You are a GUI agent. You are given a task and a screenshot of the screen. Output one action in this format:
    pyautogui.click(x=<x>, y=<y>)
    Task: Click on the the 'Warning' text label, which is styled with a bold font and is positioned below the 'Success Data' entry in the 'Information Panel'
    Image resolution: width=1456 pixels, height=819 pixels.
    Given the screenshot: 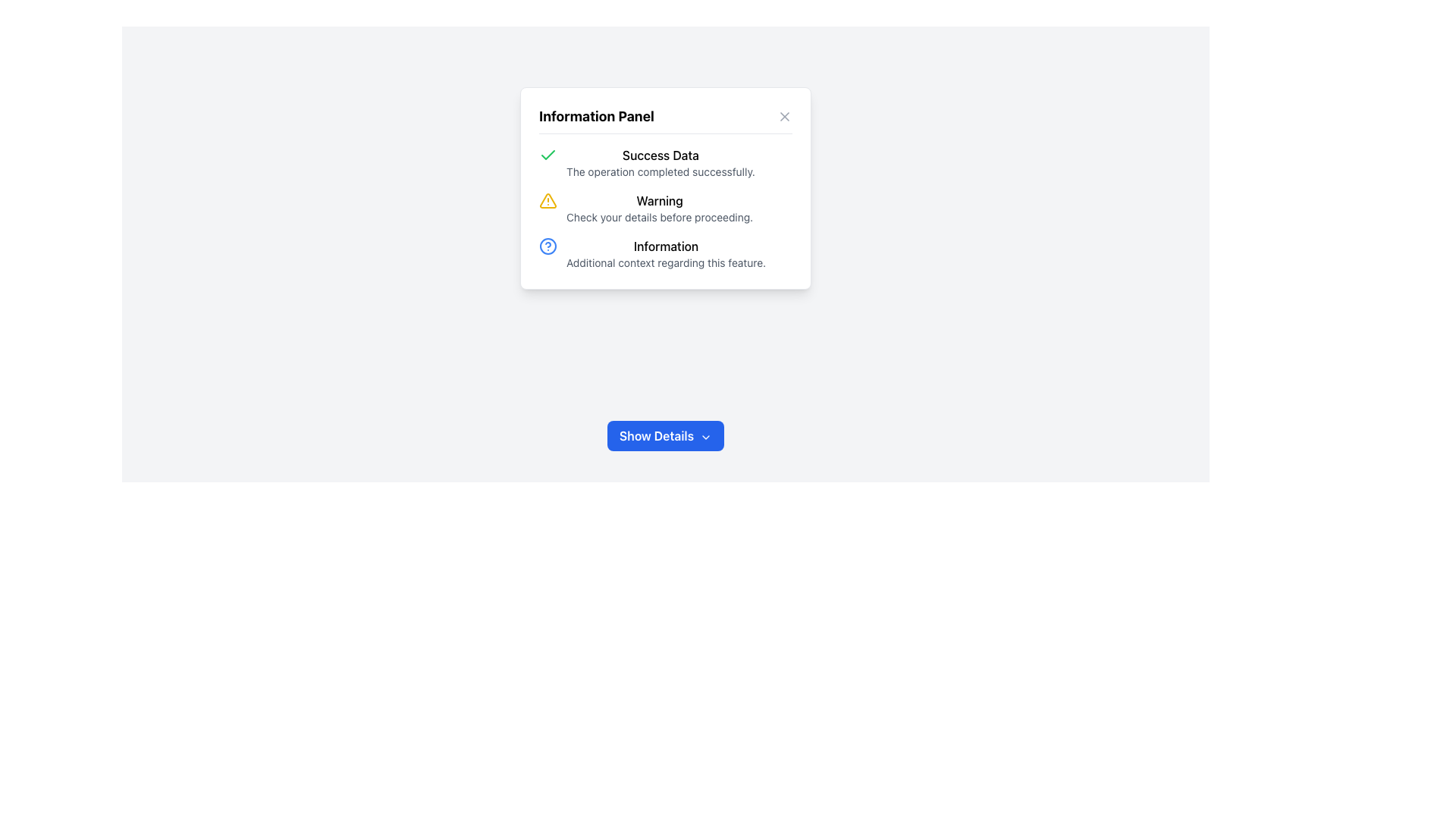 What is the action you would take?
    pyautogui.click(x=660, y=200)
    